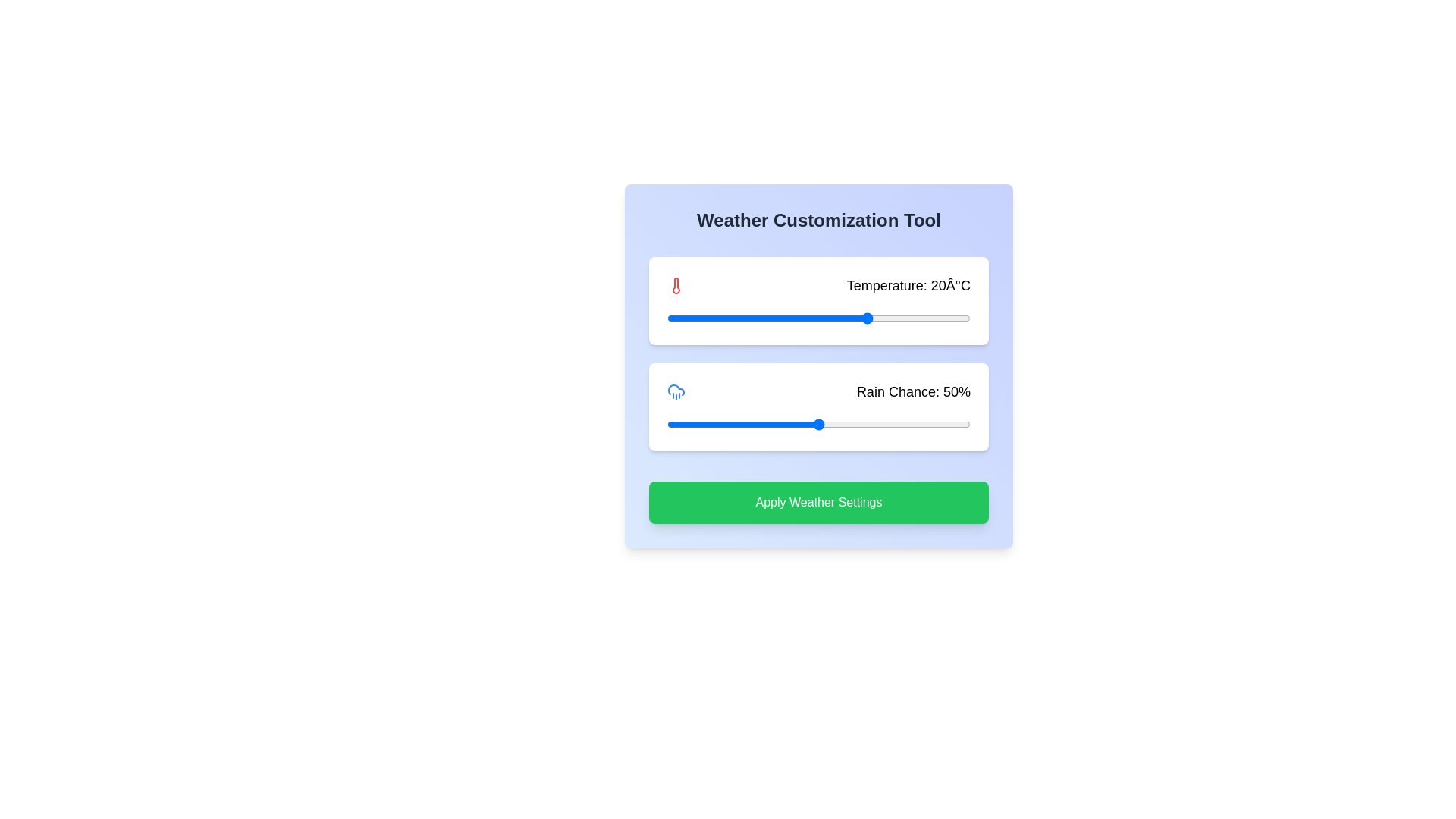 The height and width of the screenshot is (819, 1456). What do you see at coordinates (676, 318) in the screenshot?
I see `the temperature slider to set the temperature to -18°C` at bounding box center [676, 318].